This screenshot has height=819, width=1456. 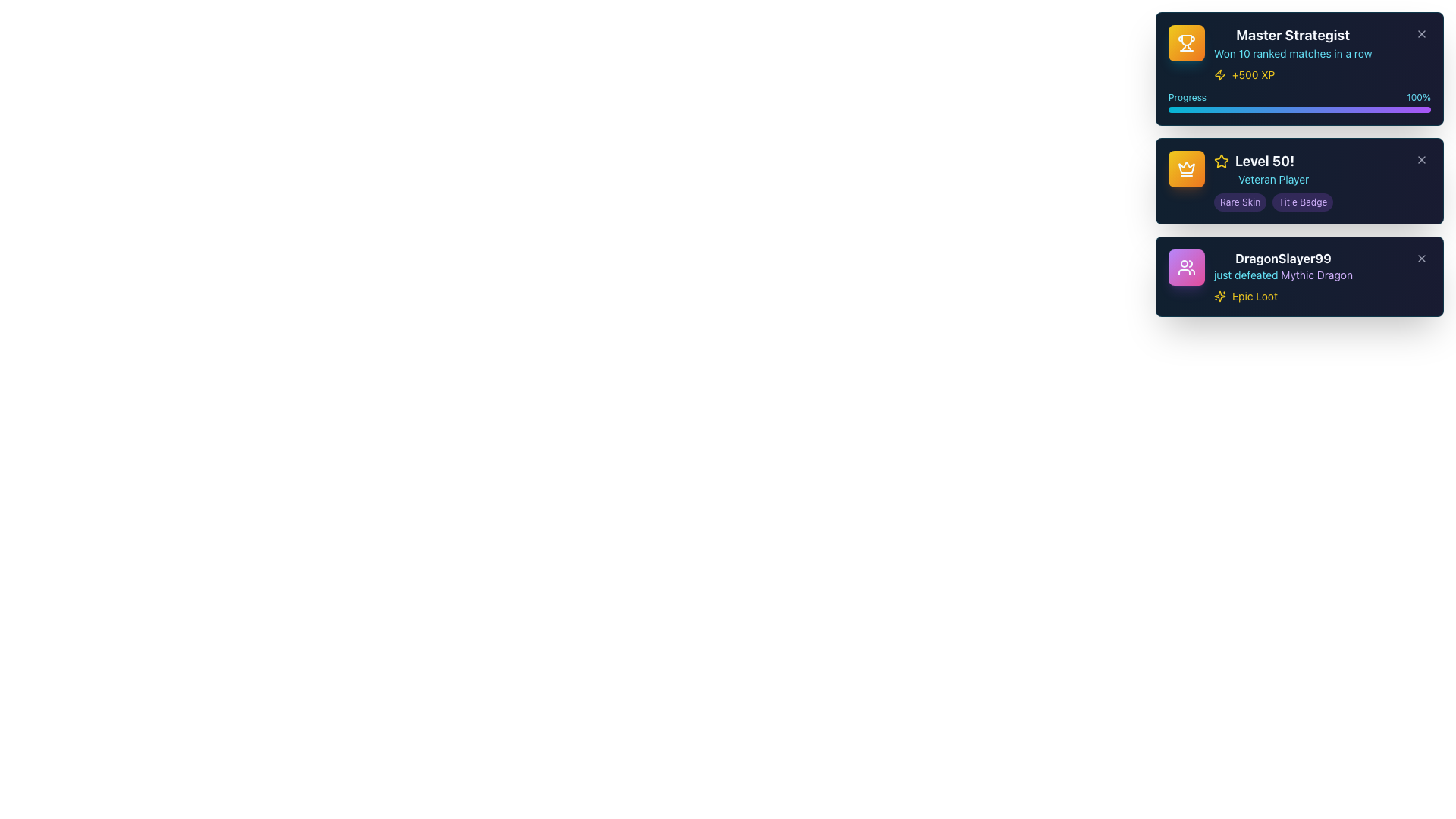 What do you see at coordinates (1298, 102) in the screenshot?
I see `the Progress Bar located within the 'Master Strategist' card, which features a gradient color scheme from cyan to purple and displays 'Progress' on the left and '100%' on the right` at bounding box center [1298, 102].